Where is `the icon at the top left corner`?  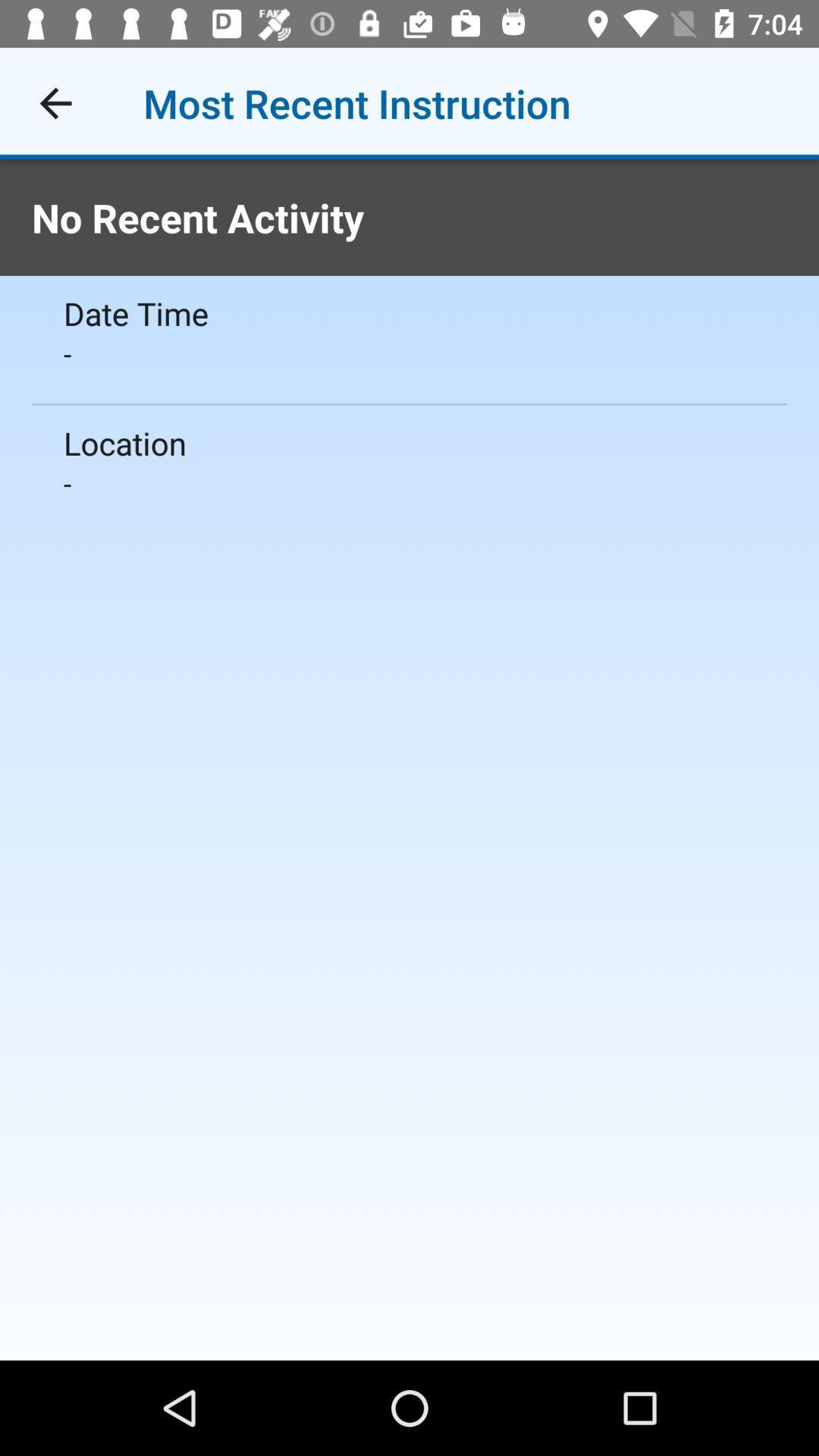 the icon at the top left corner is located at coordinates (55, 102).